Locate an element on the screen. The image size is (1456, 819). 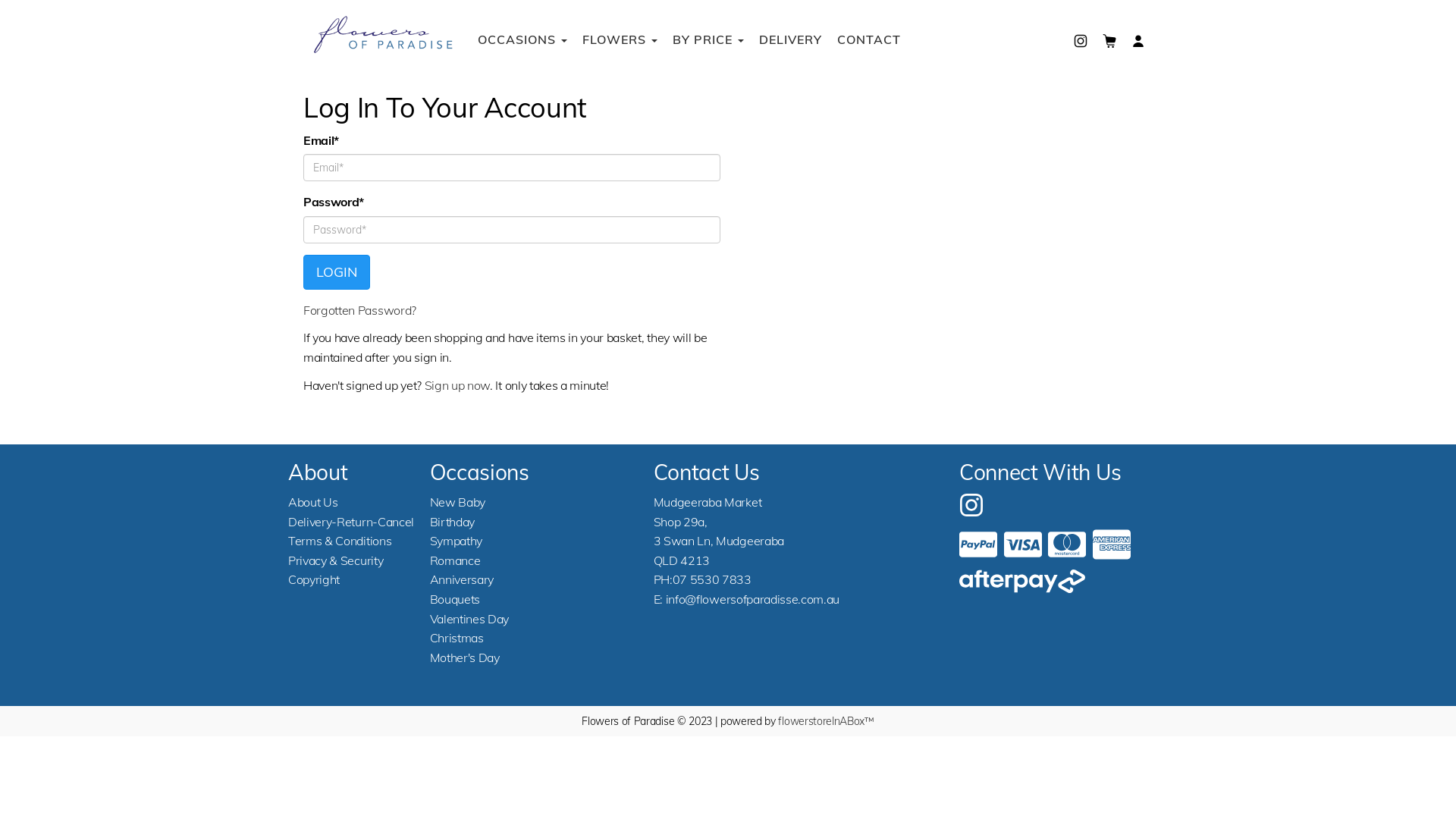
'Birthday' is located at coordinates (451, 520).